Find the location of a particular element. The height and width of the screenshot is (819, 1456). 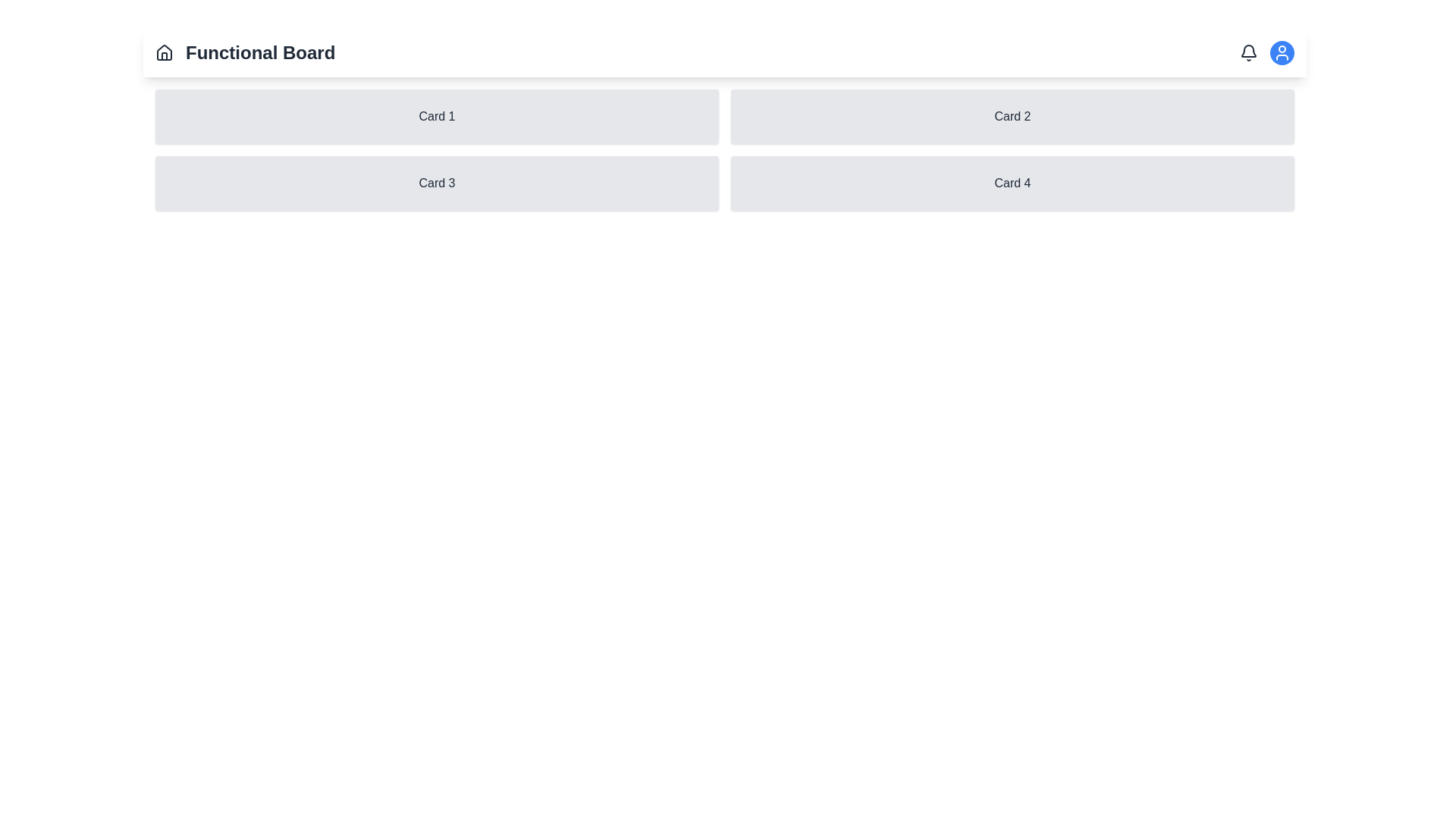

text content of the card with a gray background and bold text reading 'Card 4', located in the second column of the second row within a grid layout is located at coordinates (1012, 183).